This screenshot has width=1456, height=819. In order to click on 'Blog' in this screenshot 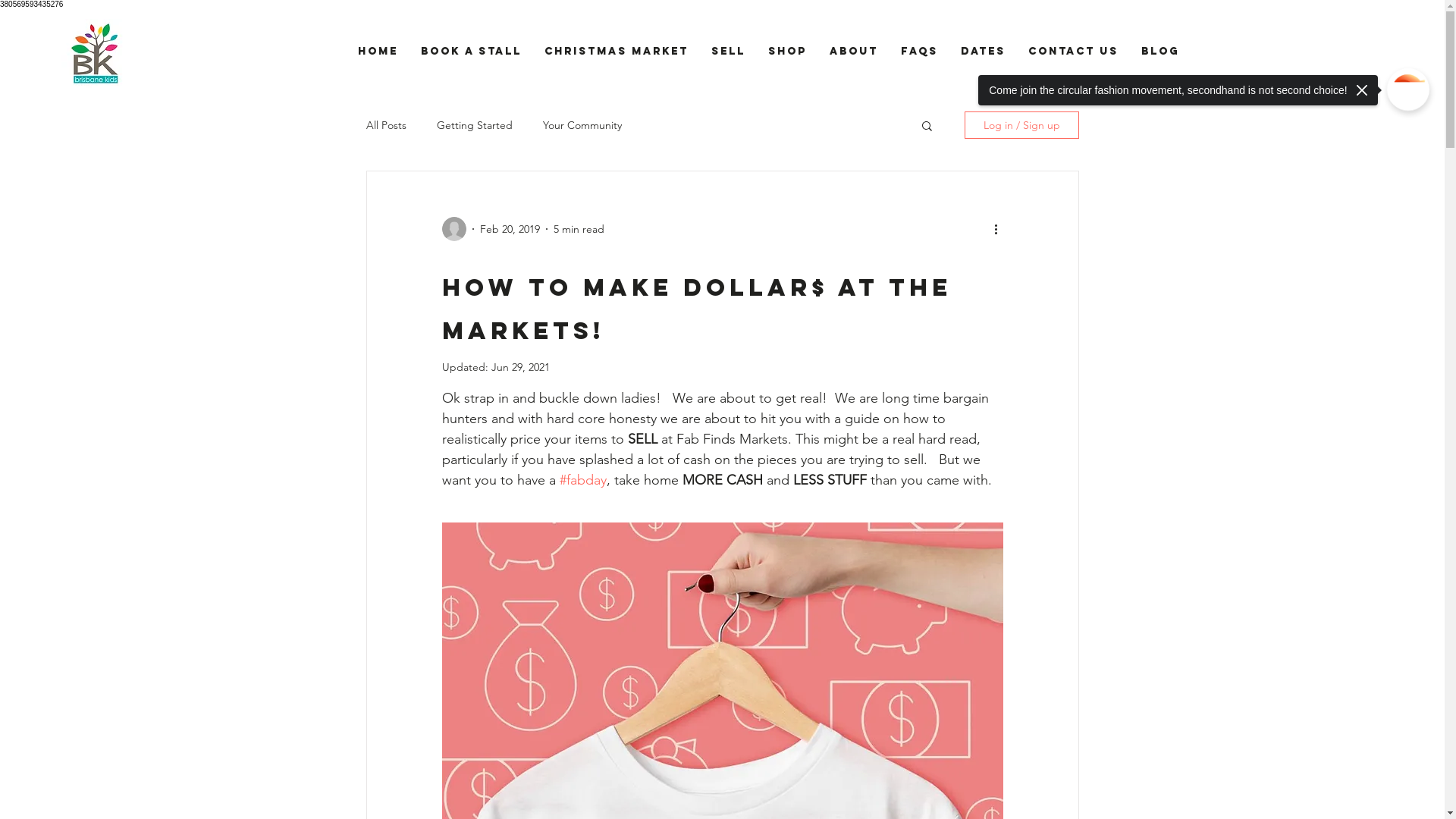, I will do `click(1159, 51)`.